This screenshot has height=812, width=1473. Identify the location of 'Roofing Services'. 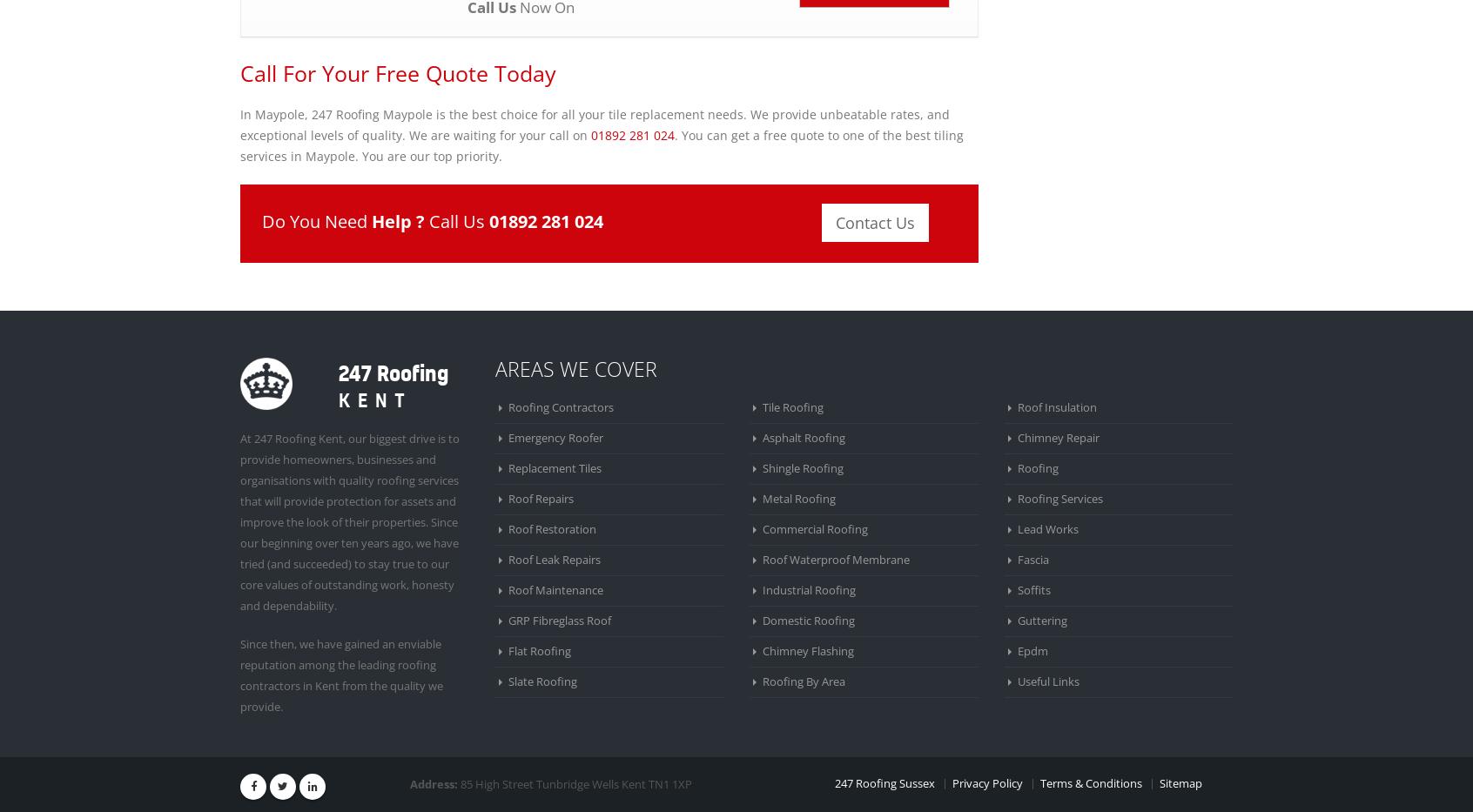
(1015, 498).